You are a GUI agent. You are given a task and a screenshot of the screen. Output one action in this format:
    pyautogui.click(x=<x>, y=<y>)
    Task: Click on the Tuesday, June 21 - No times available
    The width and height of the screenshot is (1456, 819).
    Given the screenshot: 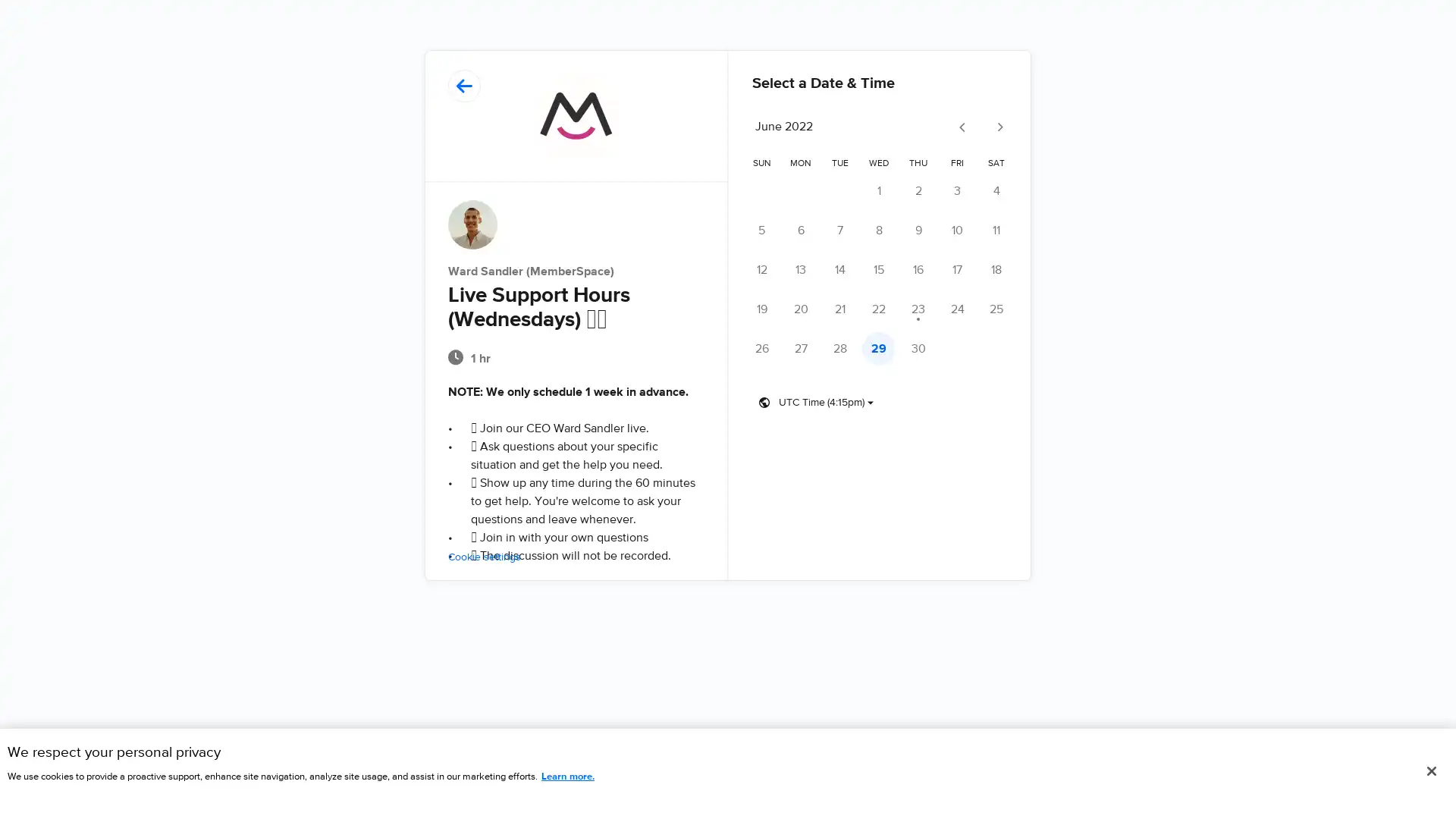 What is the action you would take?
    pyautogui.click(x=839, y=309)
    